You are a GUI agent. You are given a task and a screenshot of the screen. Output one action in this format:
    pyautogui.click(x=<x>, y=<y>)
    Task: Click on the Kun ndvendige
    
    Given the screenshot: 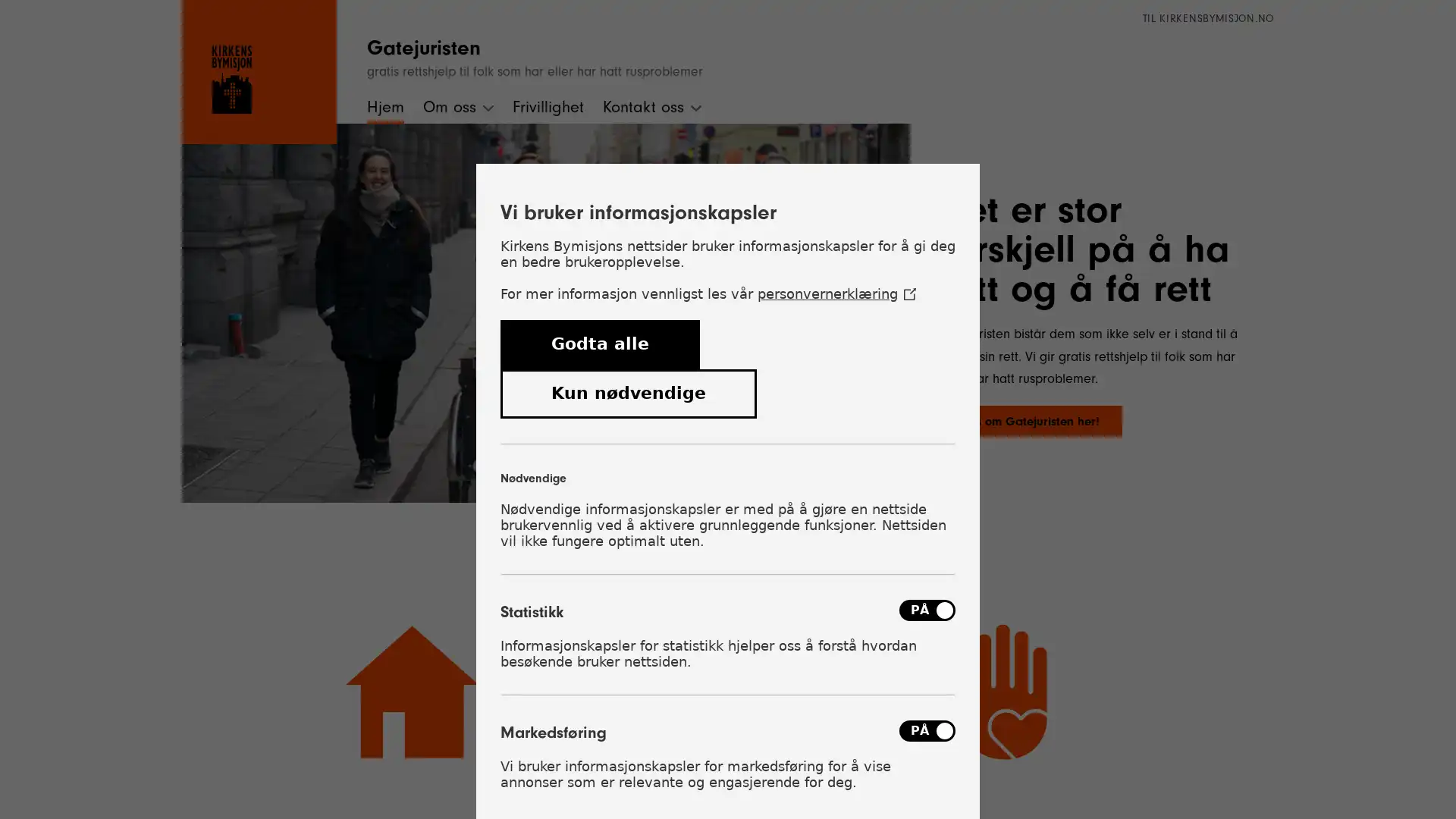 What is the action you would take?
    pyautogui.click(x=629, y=393)
    